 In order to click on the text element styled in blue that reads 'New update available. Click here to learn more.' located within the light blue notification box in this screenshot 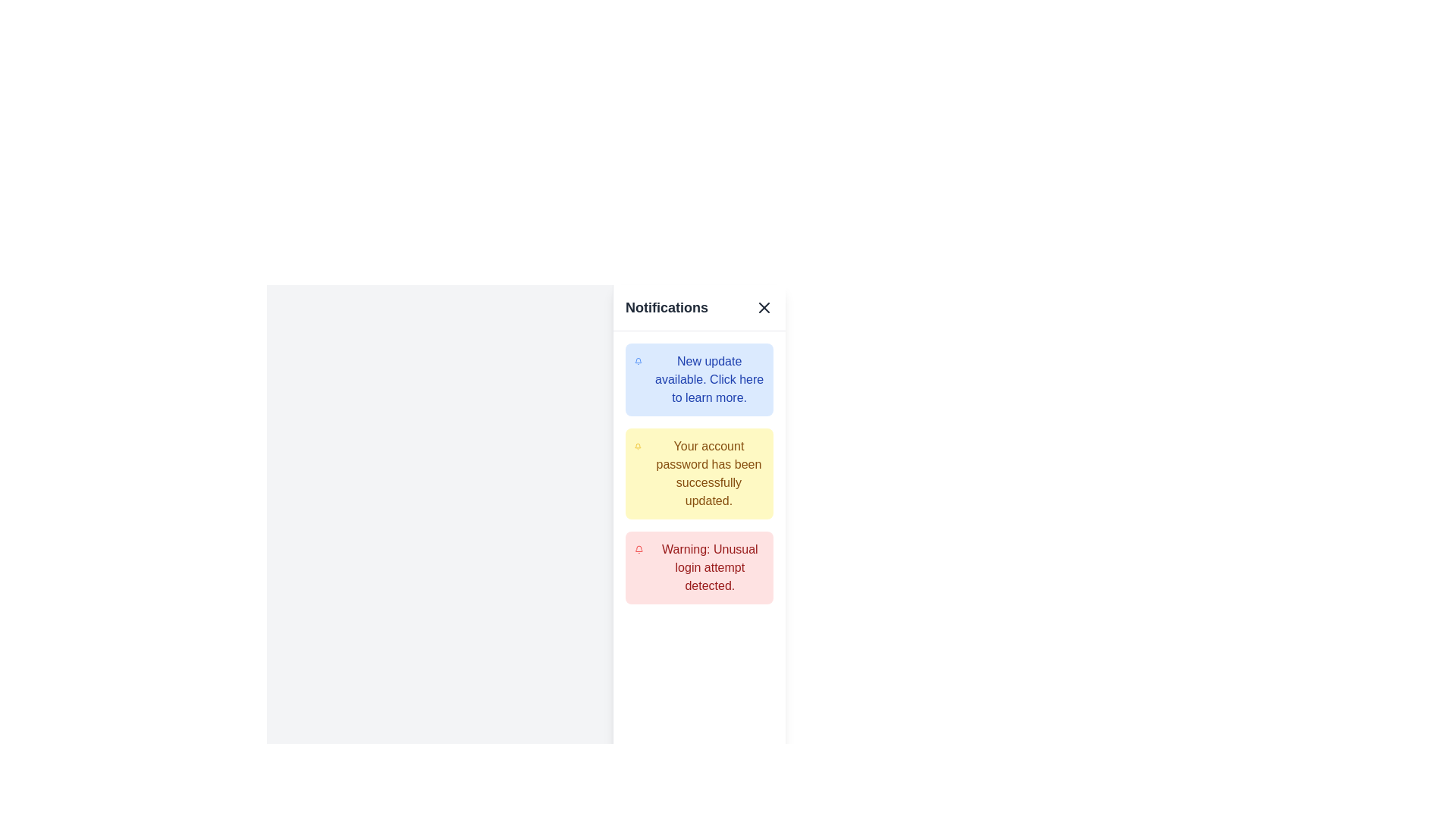, I will do `click(708, 379)`.